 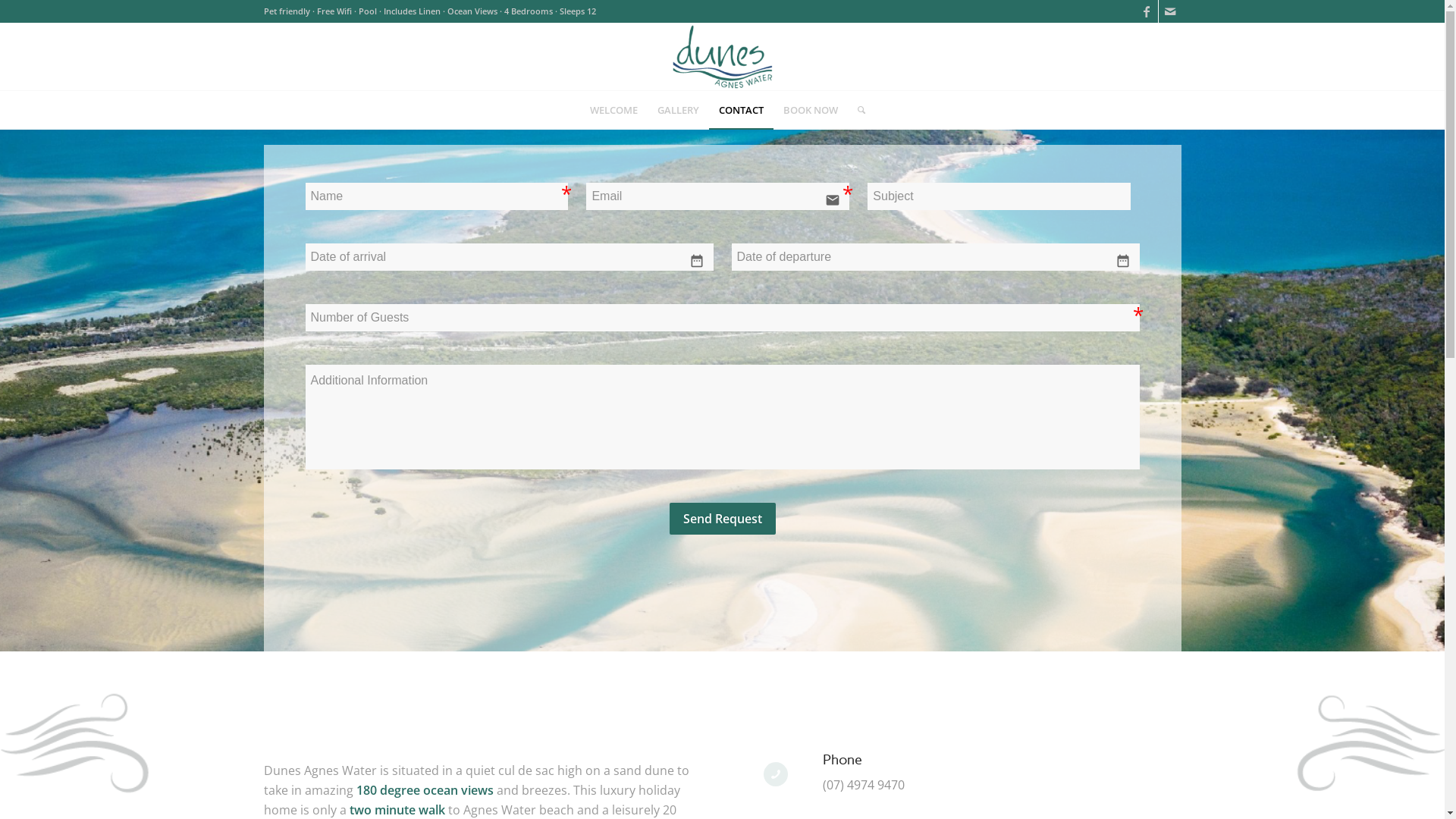 I want to click on 'WELCOME', so click(x=613, y=109).